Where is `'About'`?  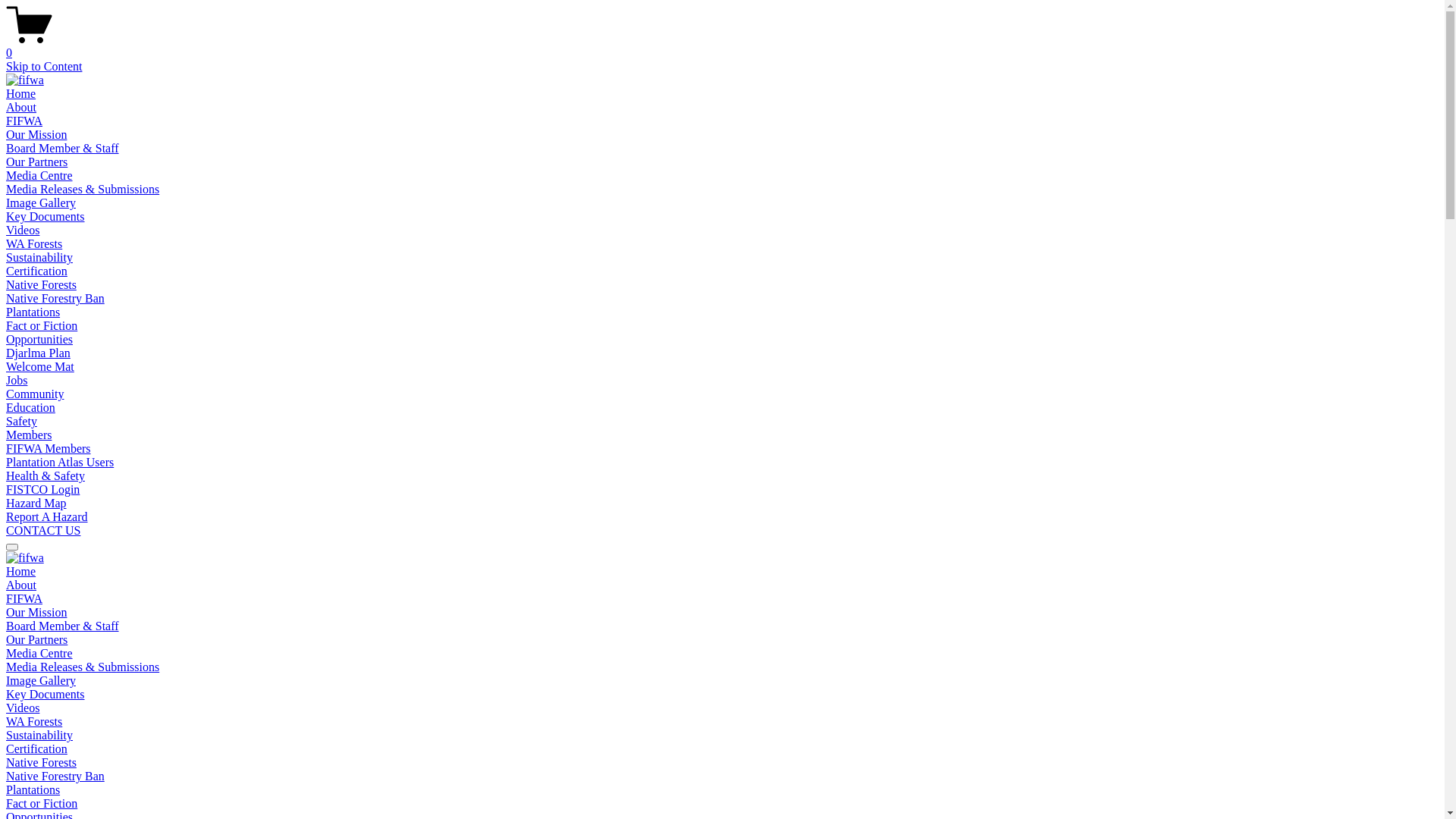 'About' is located at coordinates (21, 584).